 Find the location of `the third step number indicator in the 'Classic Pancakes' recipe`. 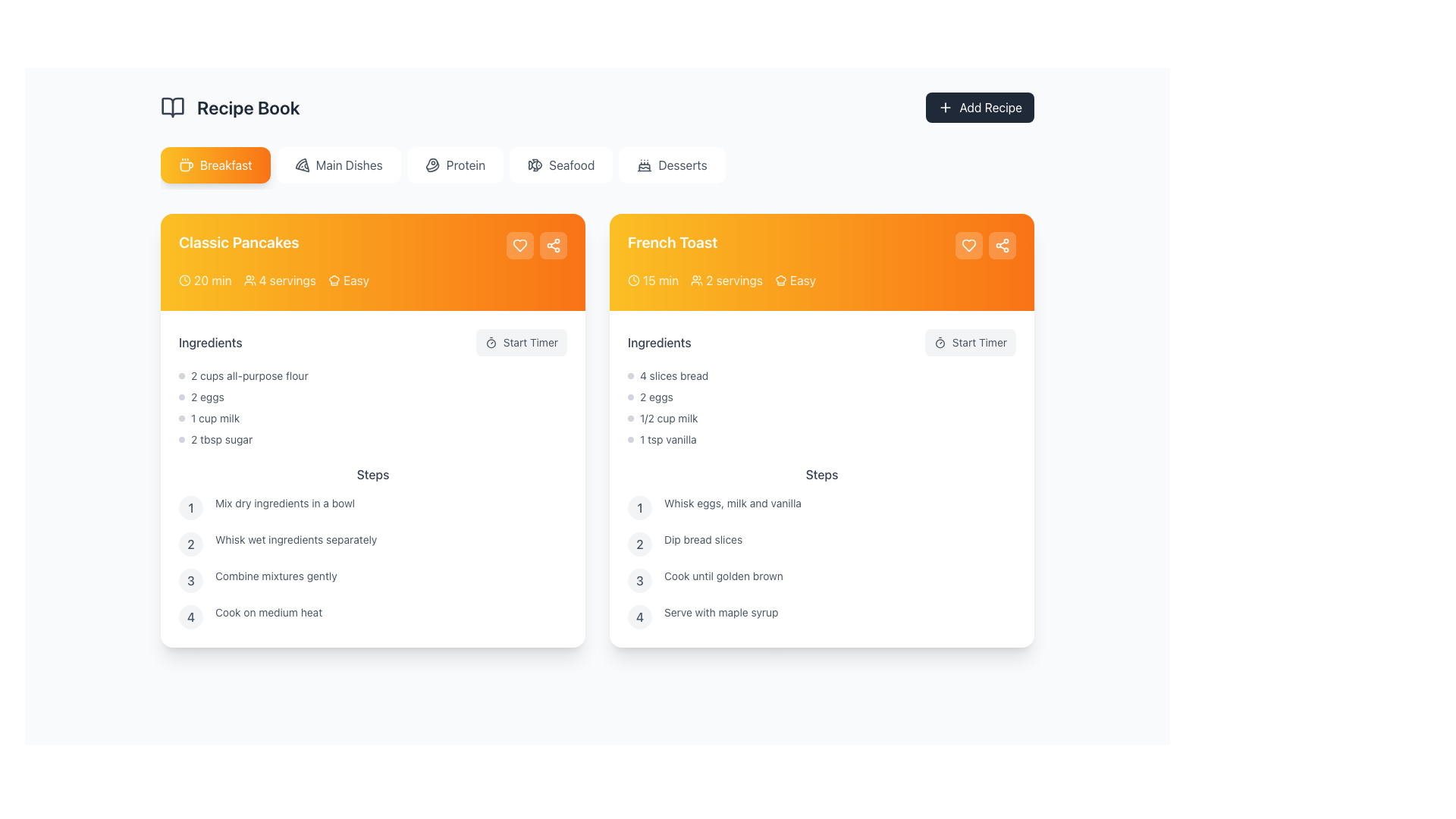

the third step number indicator in the 'Classic Pancakes' recipe is located at coordinates (190, 580).